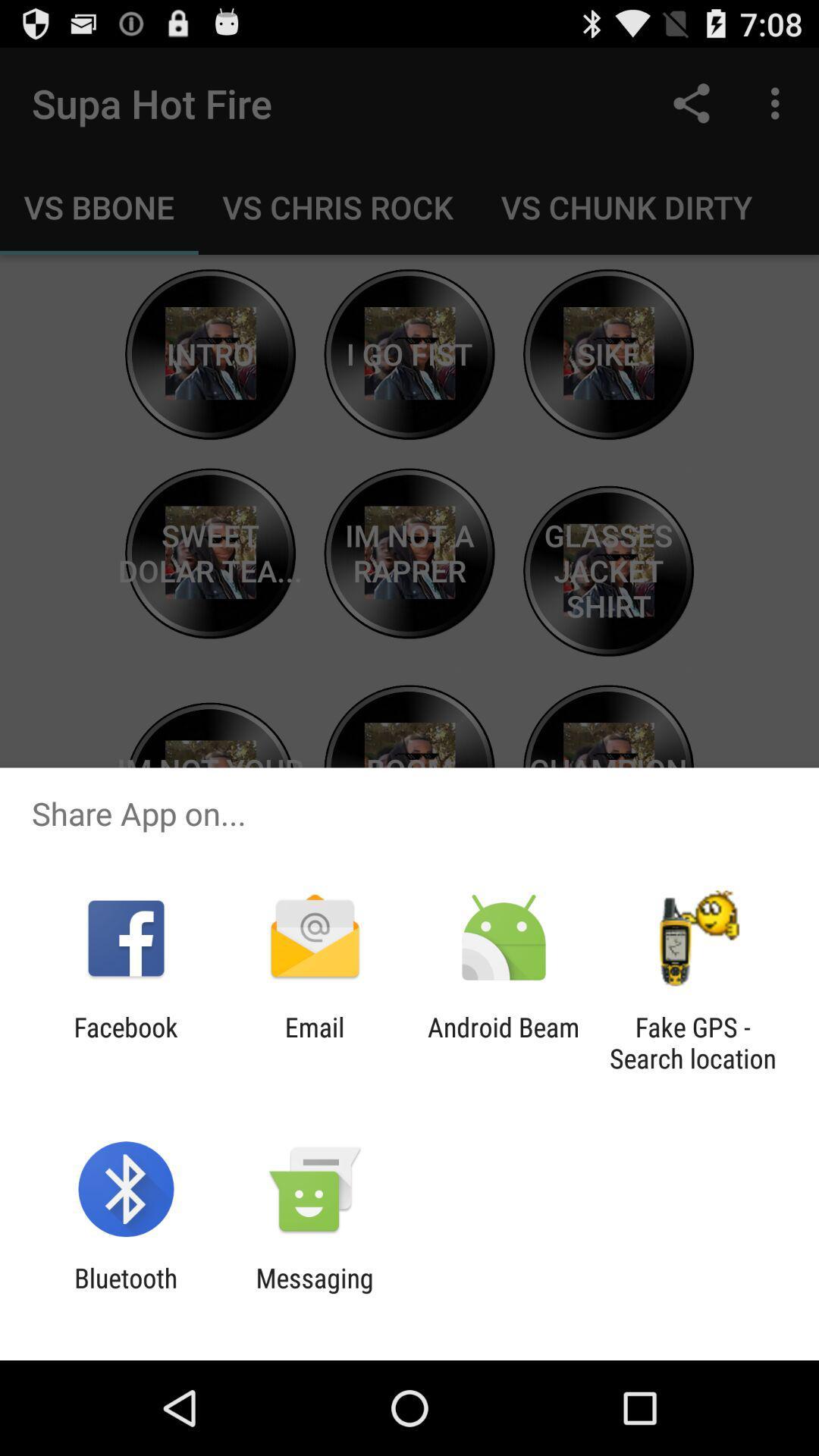 The width and height of the screenshot is (819, 1456). Describe the element at coordinates (504, 1042) in the screenshot. I see `icon next to fake gps search` at that location.